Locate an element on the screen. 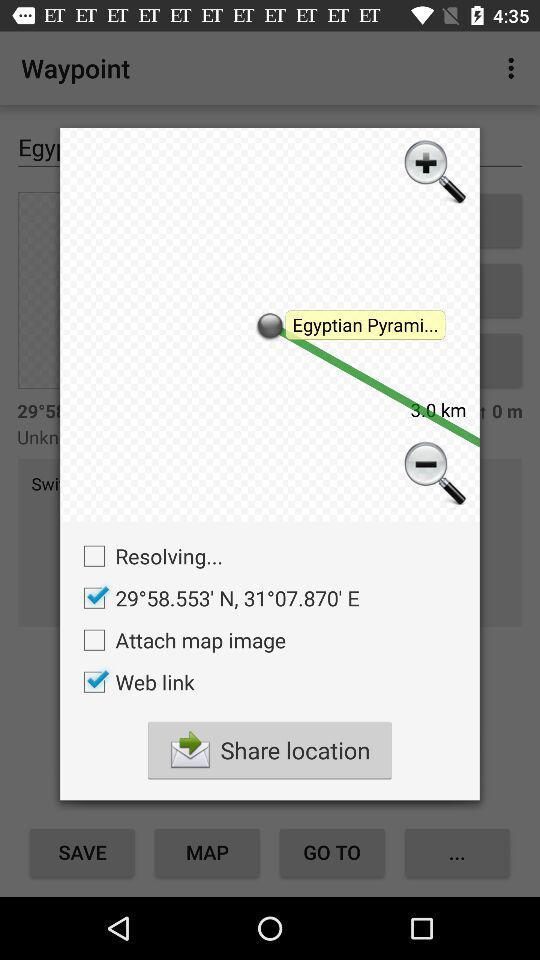  zoom out is located at coordinates (432, 475).